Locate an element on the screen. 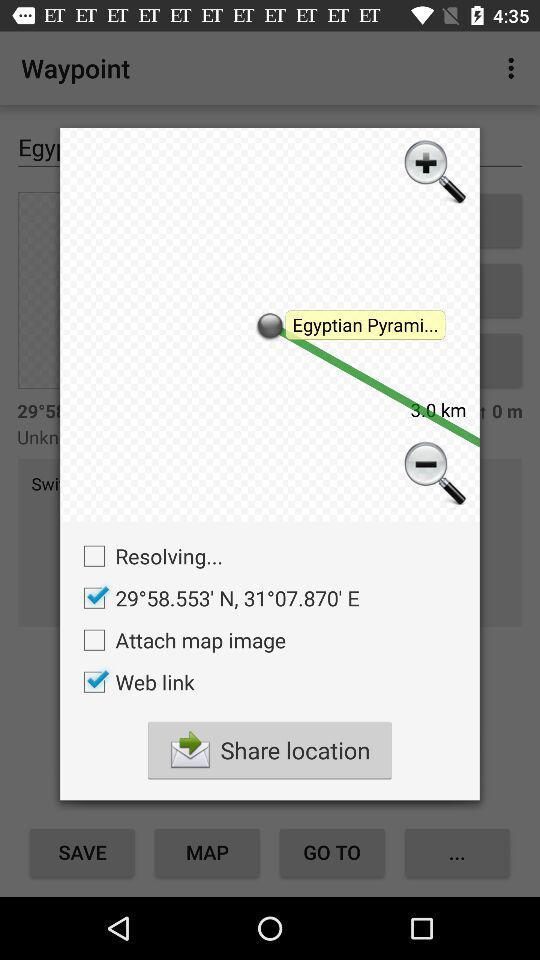  zoom out is located at coordinates (432, 475).